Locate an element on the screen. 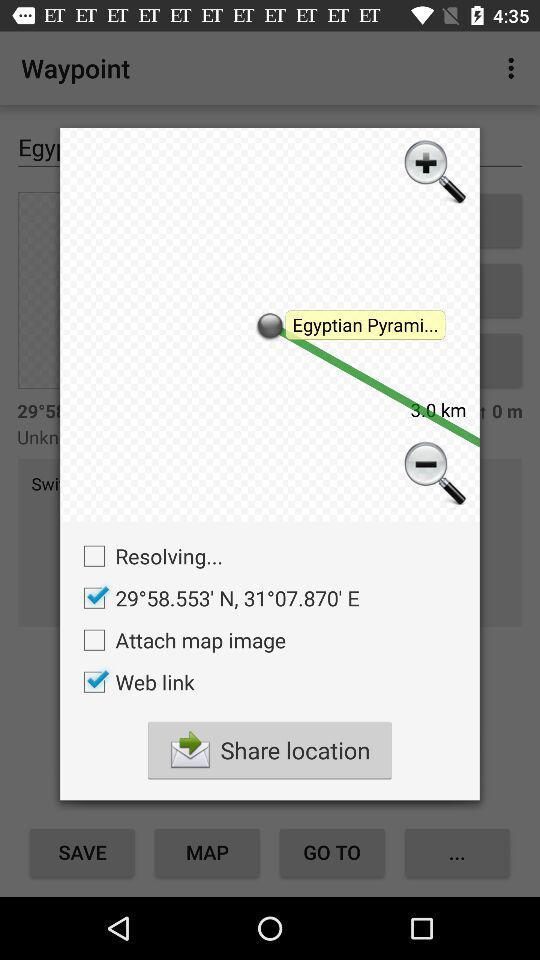  zoom out is located at coordinates (432, 475).